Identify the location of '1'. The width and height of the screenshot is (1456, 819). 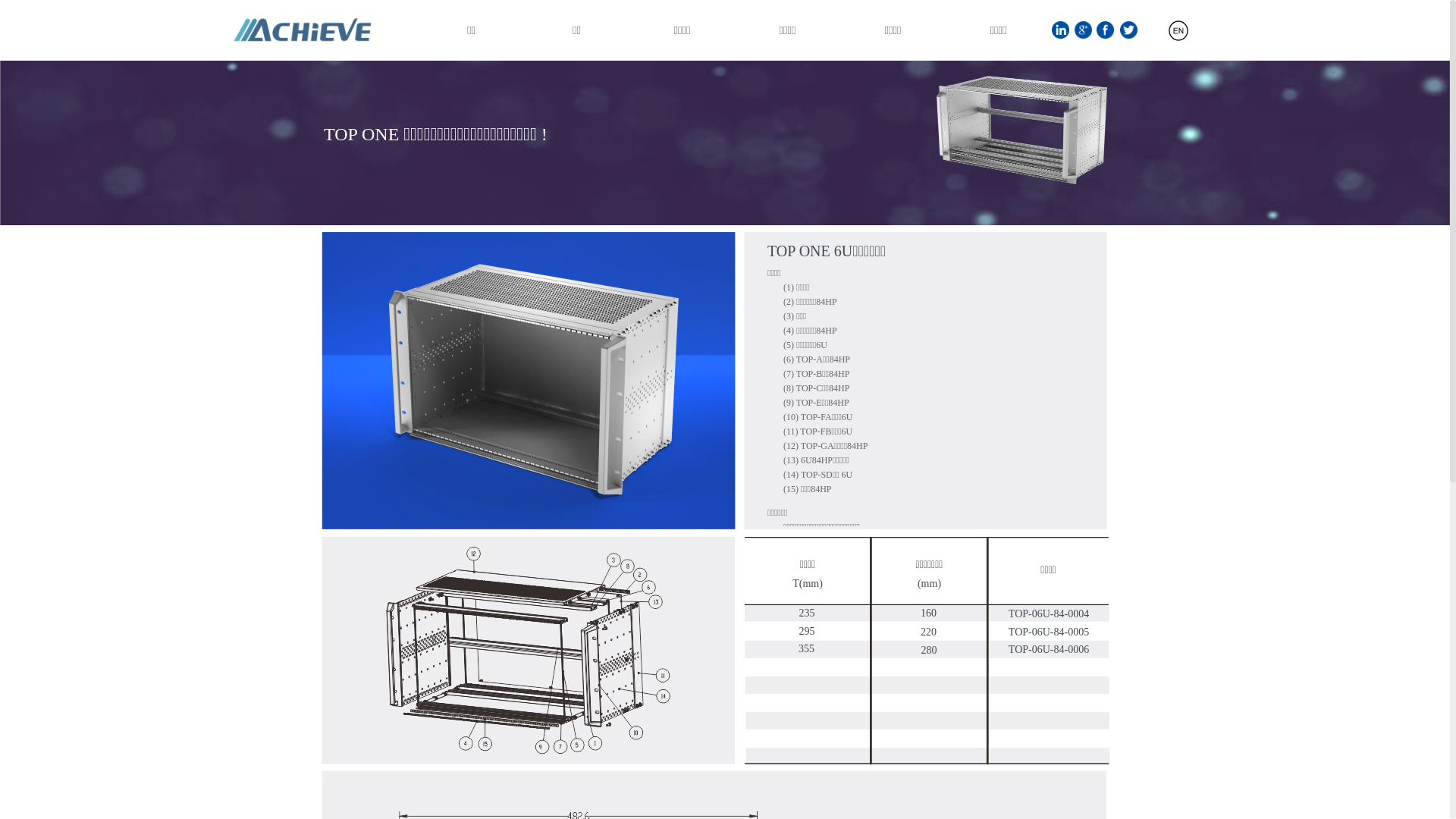
(1178, 30).